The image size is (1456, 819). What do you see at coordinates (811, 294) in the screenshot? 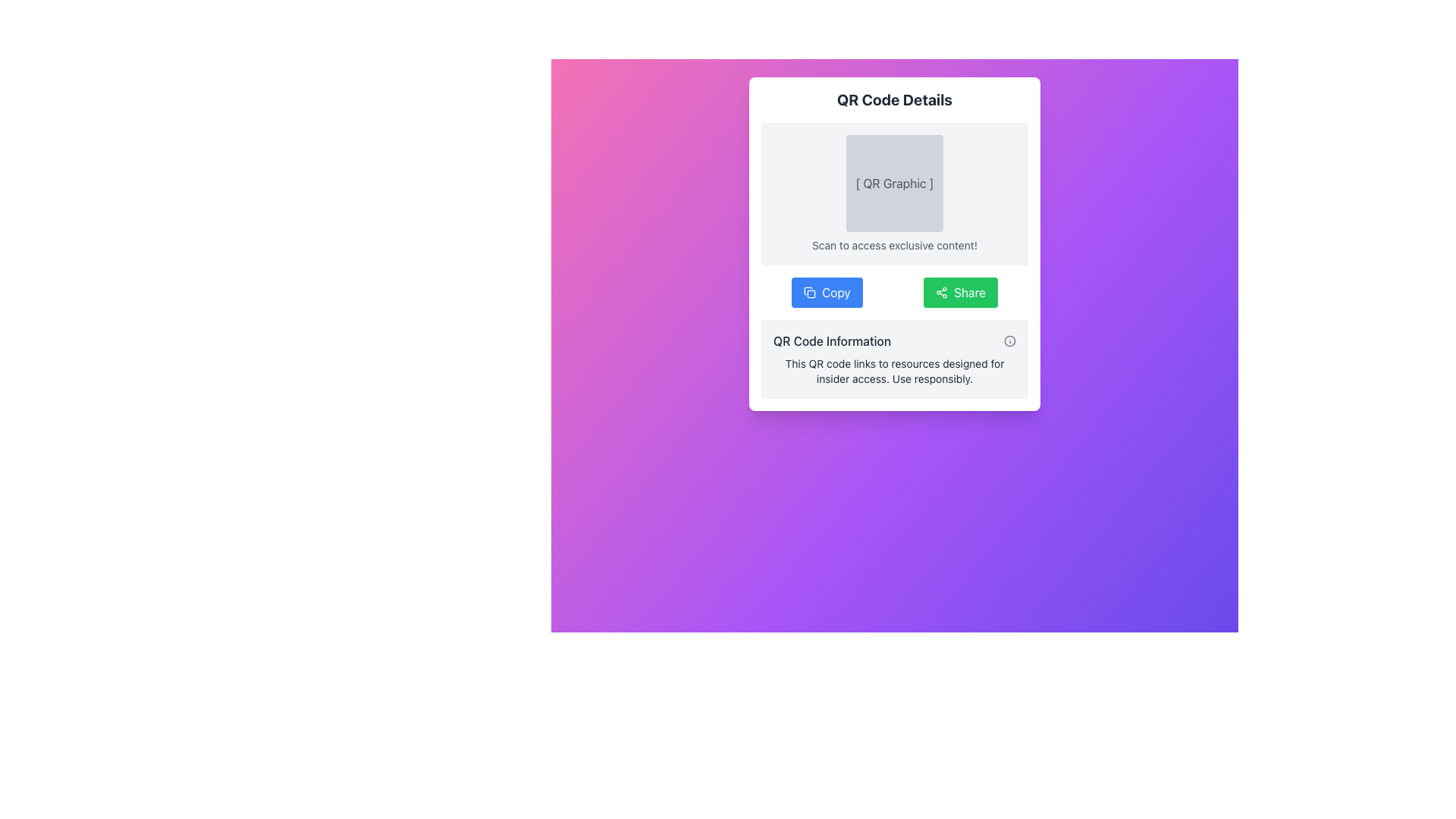
I see `the rectangular shape with rounded corners that is part of a copy function icon, positioned adjacent to the 'Copy' button` at bounding box center [811, 294].